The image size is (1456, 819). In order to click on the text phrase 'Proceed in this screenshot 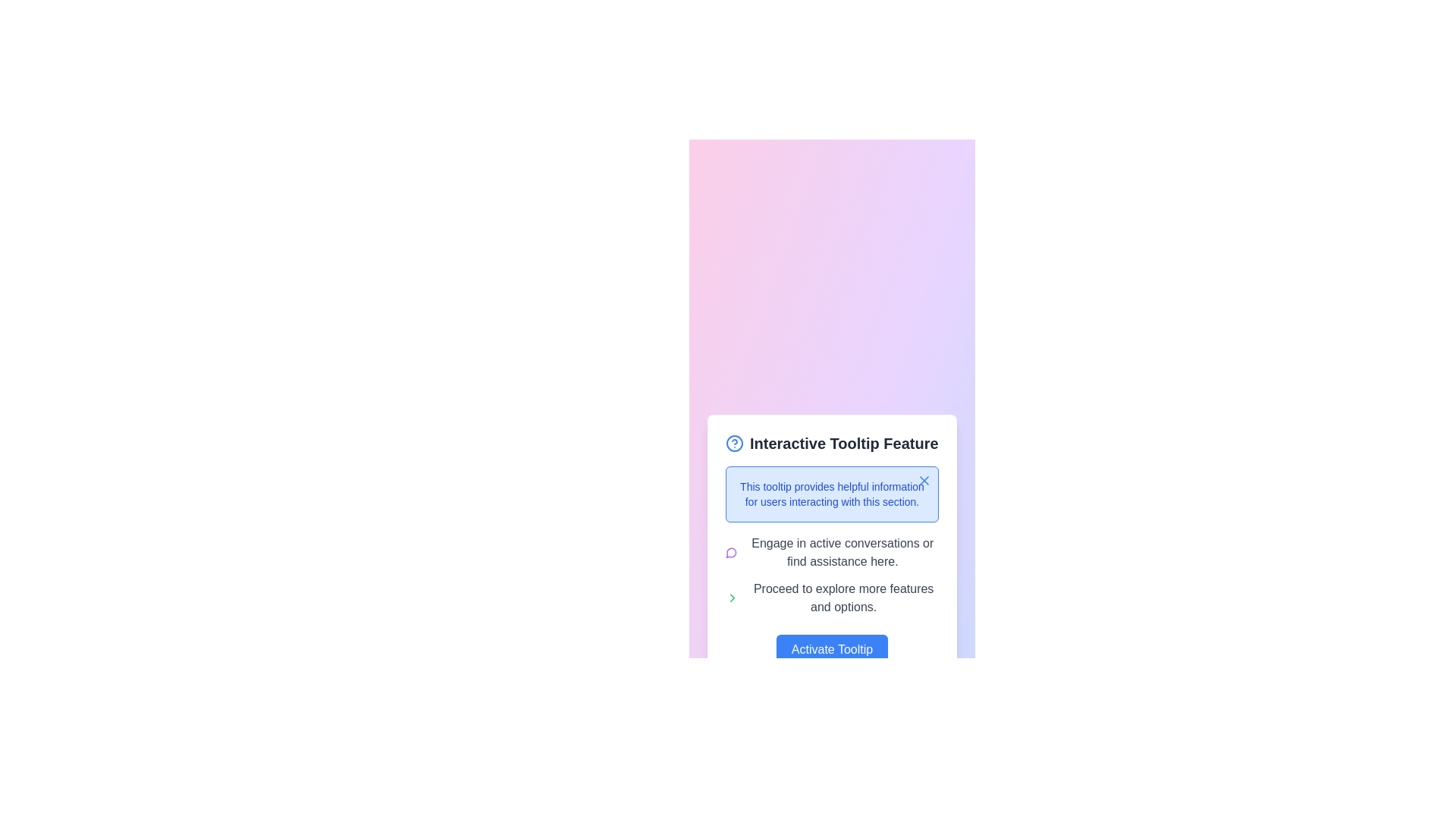, I will do `click(831, 598)`.